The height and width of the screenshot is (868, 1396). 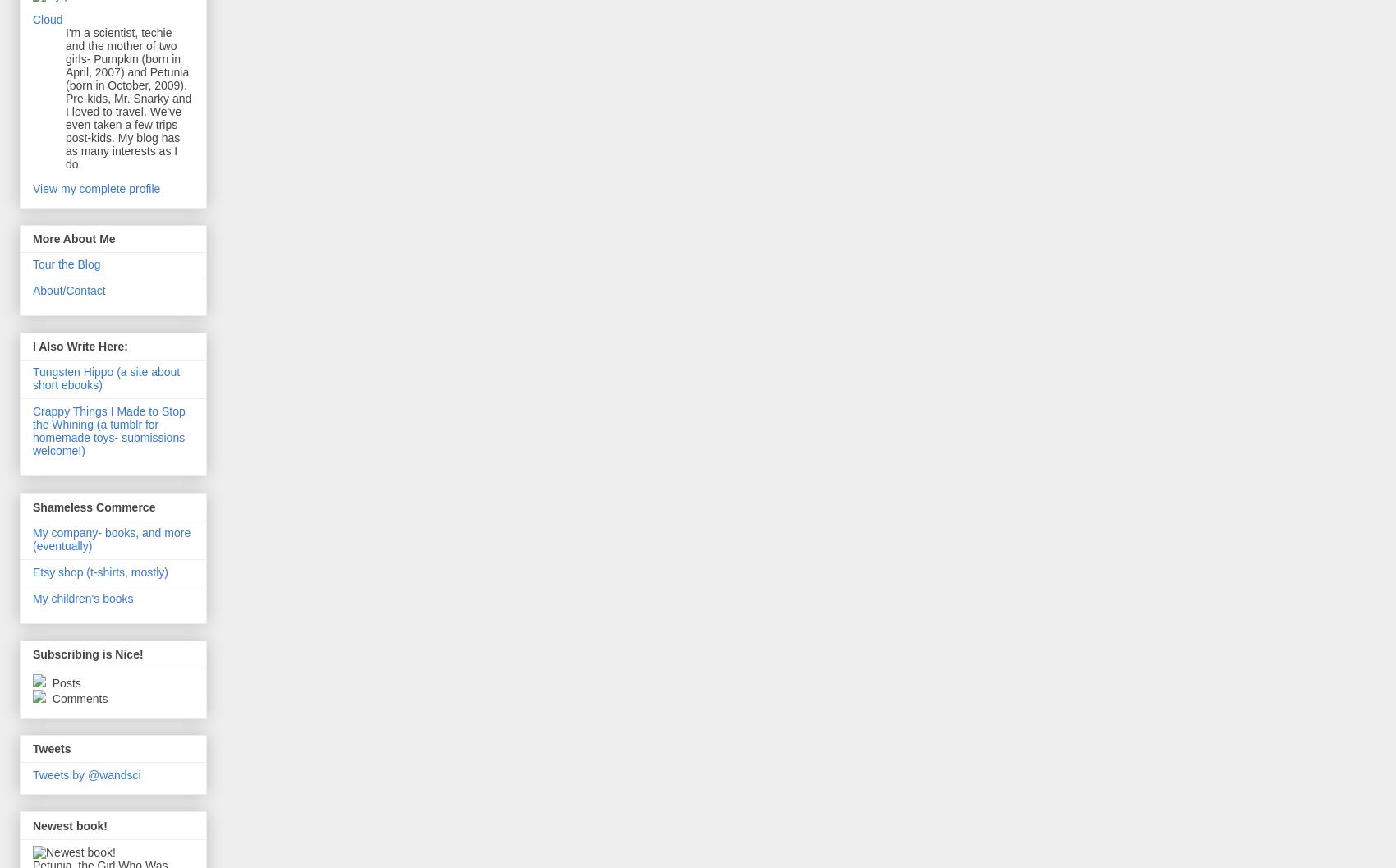 I want to click on 'Subscribing is Nice!', so click(x=87, y=654).